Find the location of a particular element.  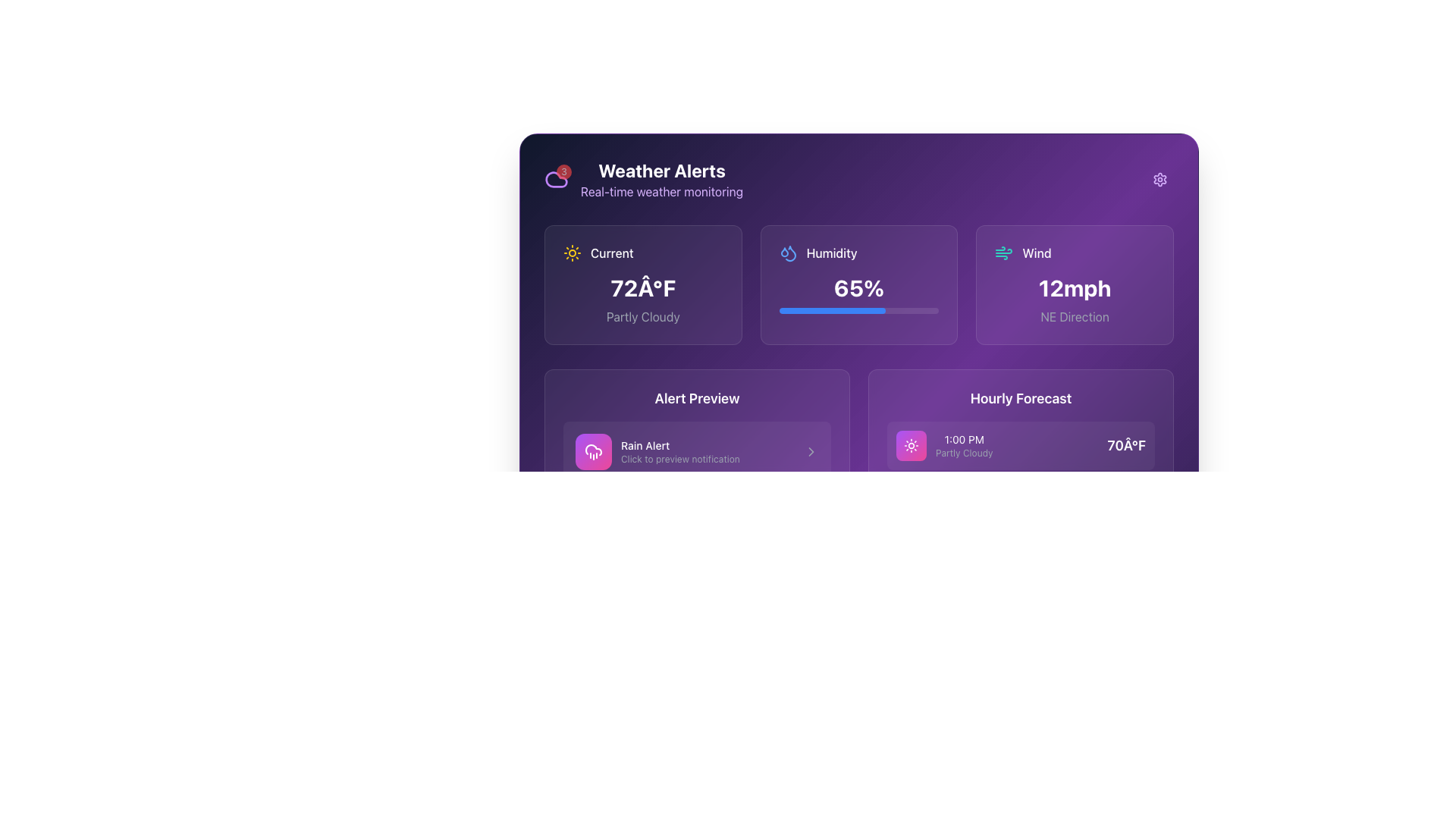

the first Informational card in the 'Hourly Forecast' section, which displays the time, weather condition, and temperature is located at coordinates (1021, 536).